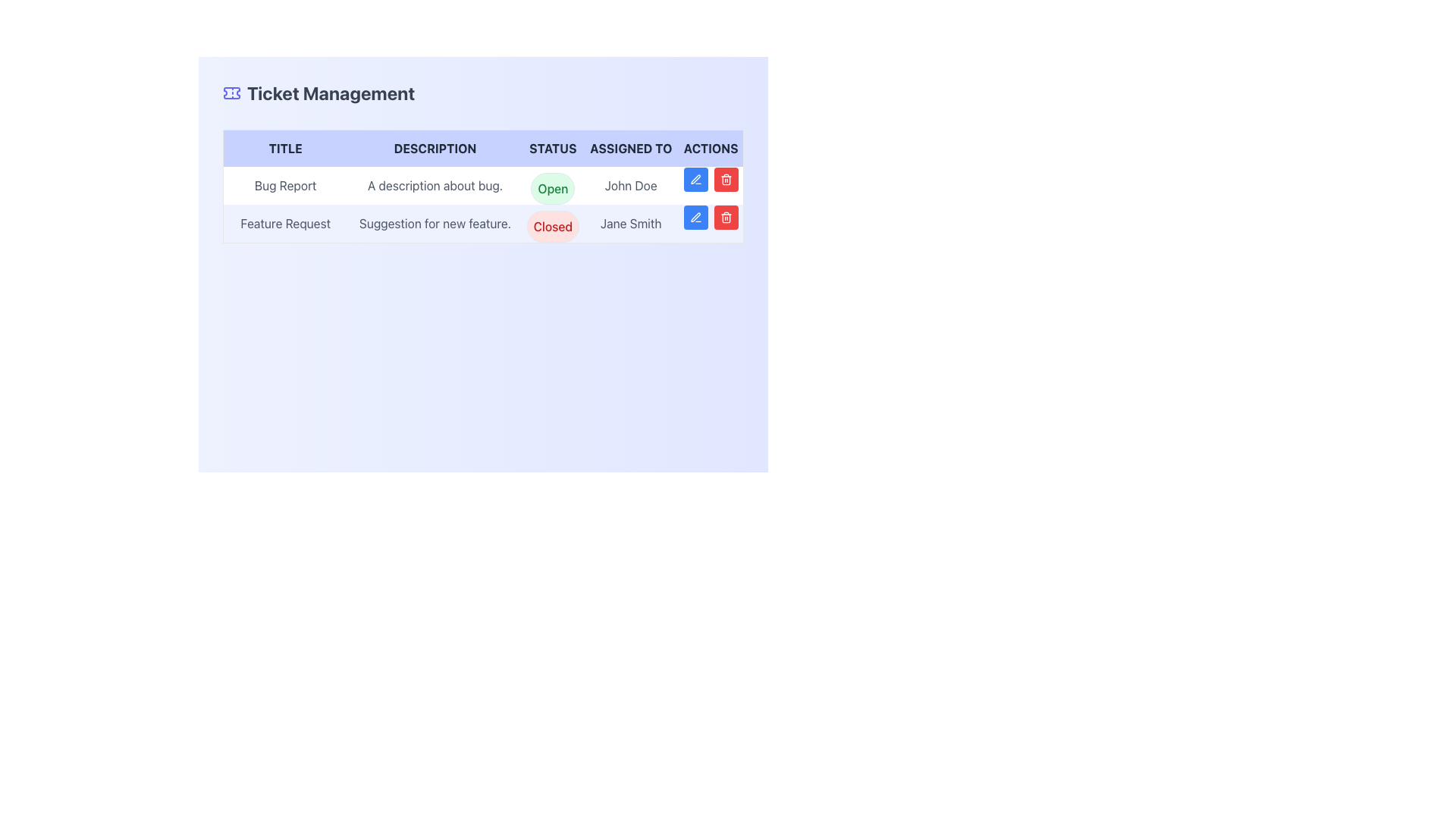 The image size is (1456, 819). What do you see at coordinates (631, 148) in the screenshot?
I see `the 'Assigned To' text label, which is the fourth text label in a horizontal sequence within a blue-colored header layout, positioned between 'Status' and 'Actions'` at bounding box center [631, 148].